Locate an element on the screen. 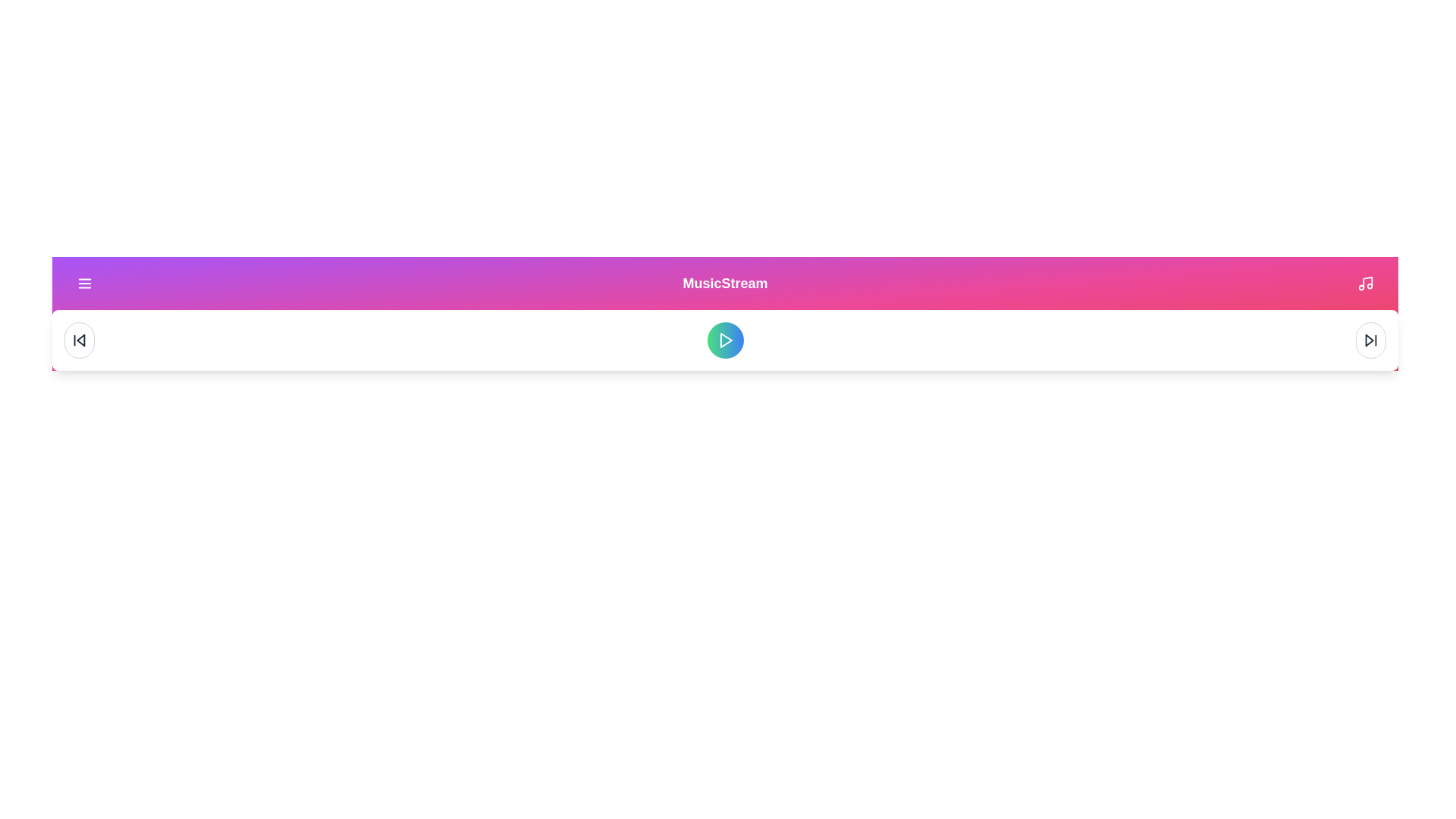 Image resolution: width=1456 pixels, height=819 pixels. the left arrow button to navigate to the previous track is located at coordinates (79, 339).